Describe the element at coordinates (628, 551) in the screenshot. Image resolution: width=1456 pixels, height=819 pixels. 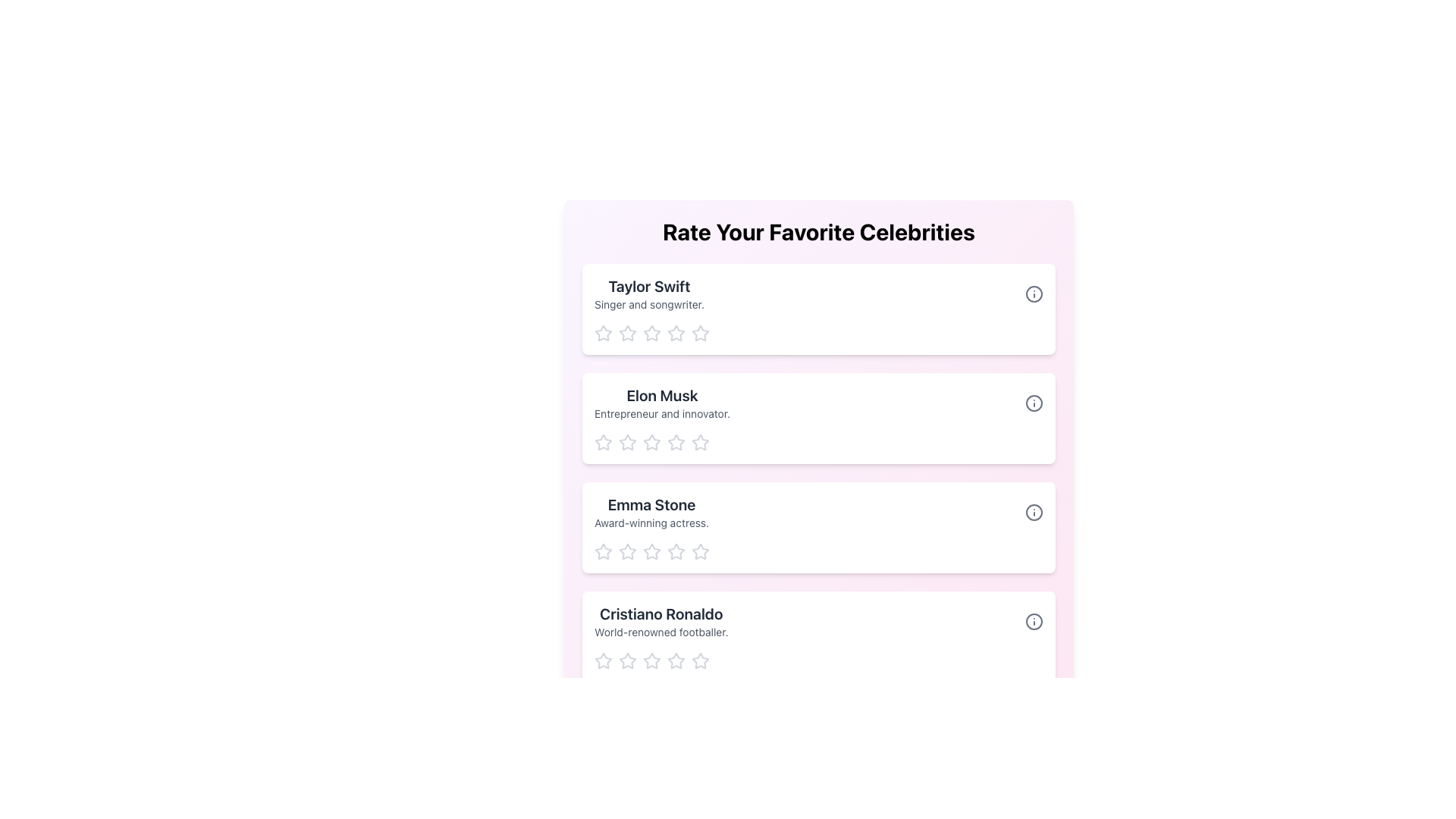
I see `the first star rating button under Emma Stone's section` at that location.